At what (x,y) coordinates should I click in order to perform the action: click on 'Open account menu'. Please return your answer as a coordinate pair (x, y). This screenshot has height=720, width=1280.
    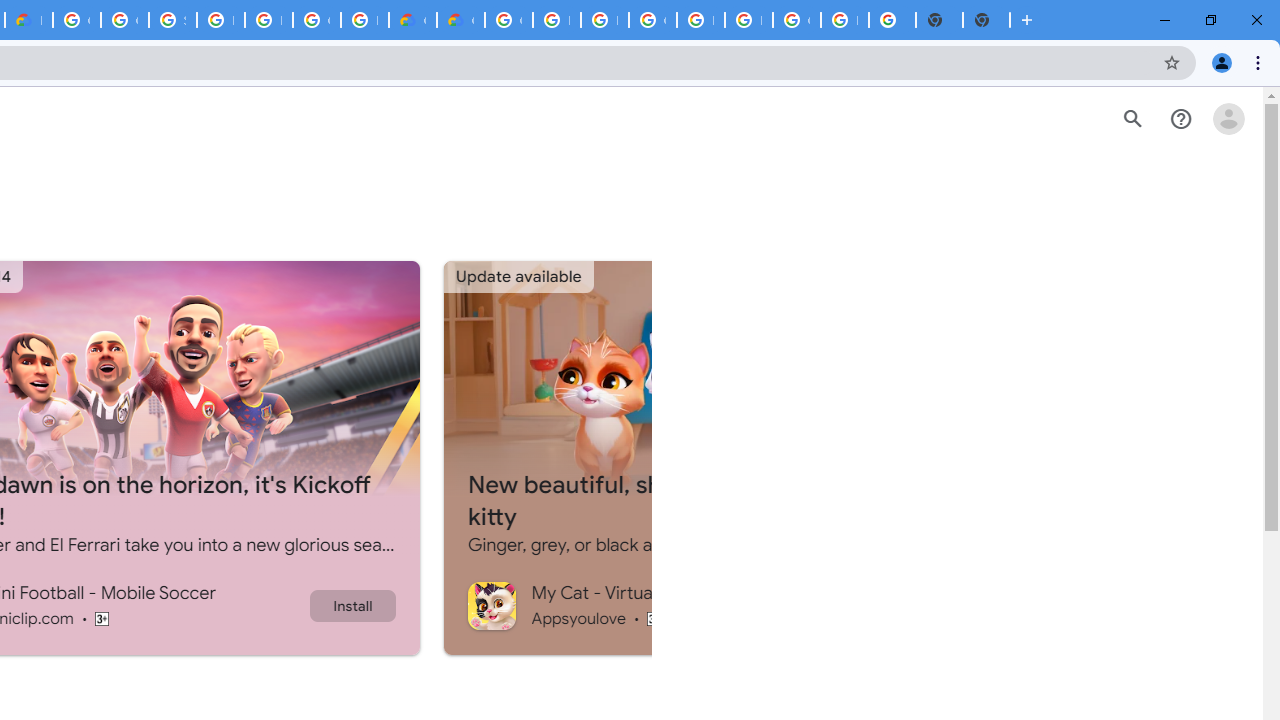
    Looking at the image, I should click on (1227, 119).